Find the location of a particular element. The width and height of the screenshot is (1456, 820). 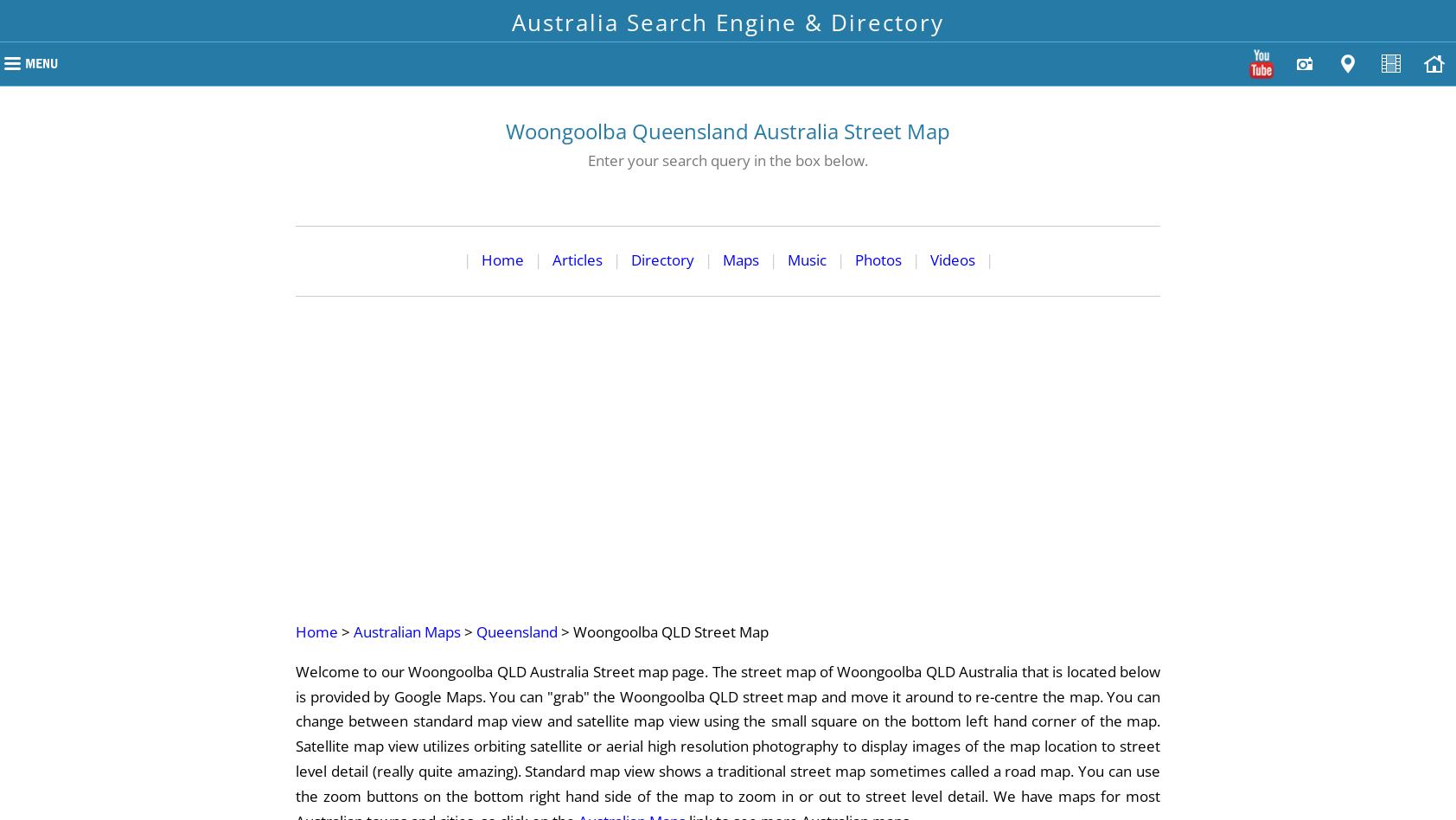

'Queensland' is located at coordinates (515, 631).